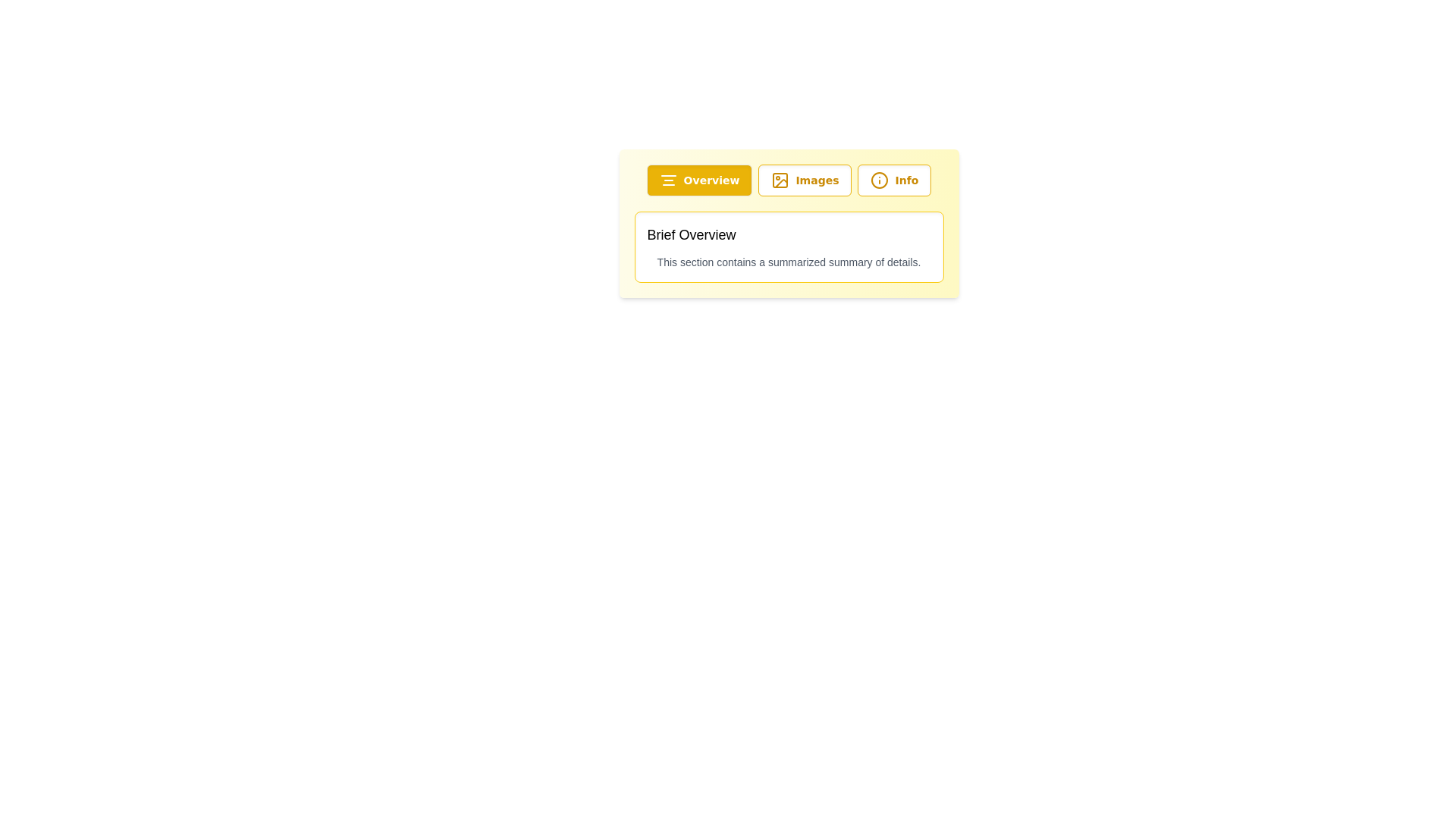  Describe the element at coordinates (804, 180) in the screenshot. I see `the 'Images' button, which is a rectangular button with rounded corners, a white background, a yellow border, and displays an image icon followed by the text 'Images' in yellow` at that location.